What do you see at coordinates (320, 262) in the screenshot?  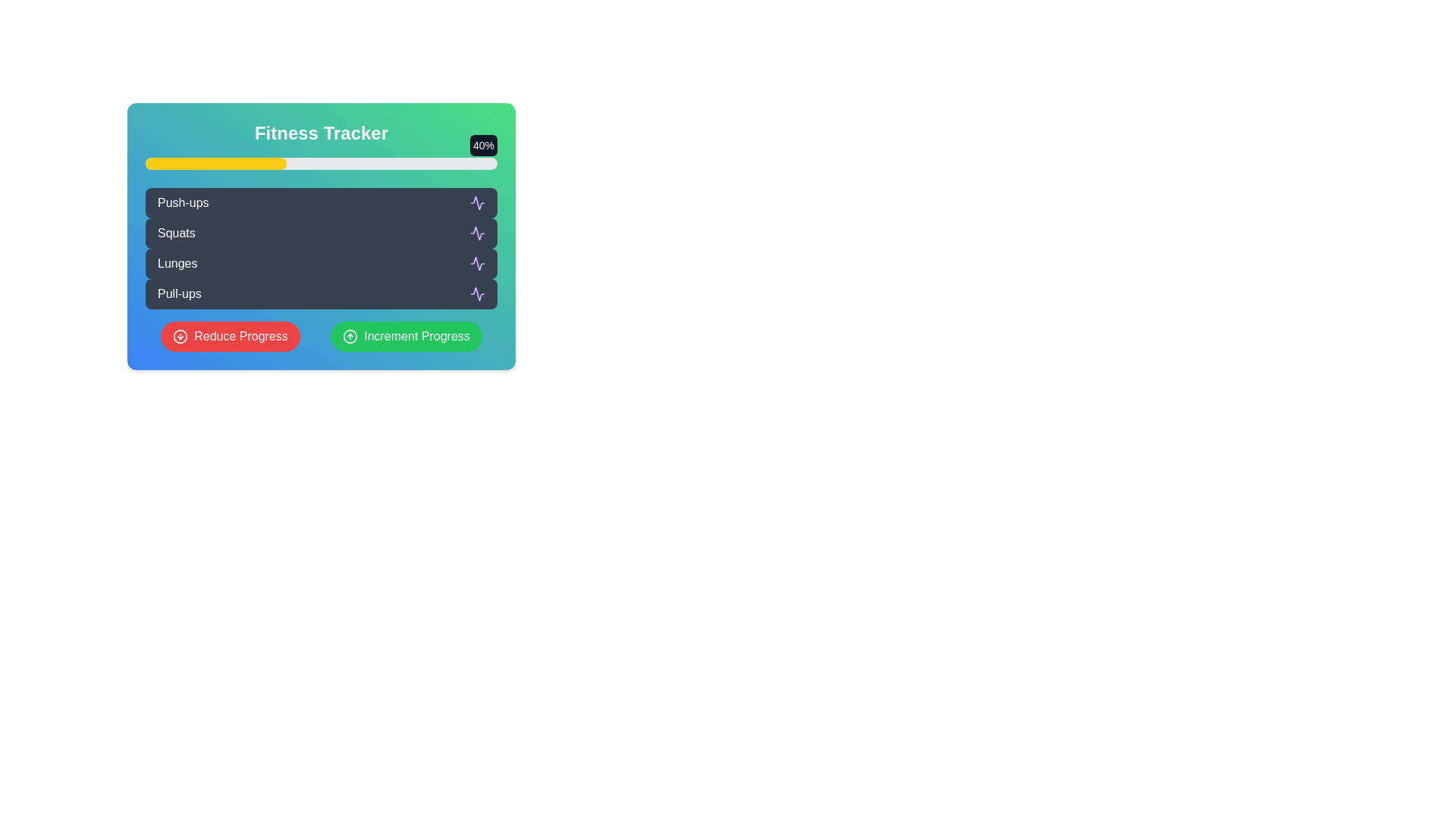 I see `the 'Lunges' item in the Fitness Tracker card, which is the third item in the list` at bounding box center [320, 262].